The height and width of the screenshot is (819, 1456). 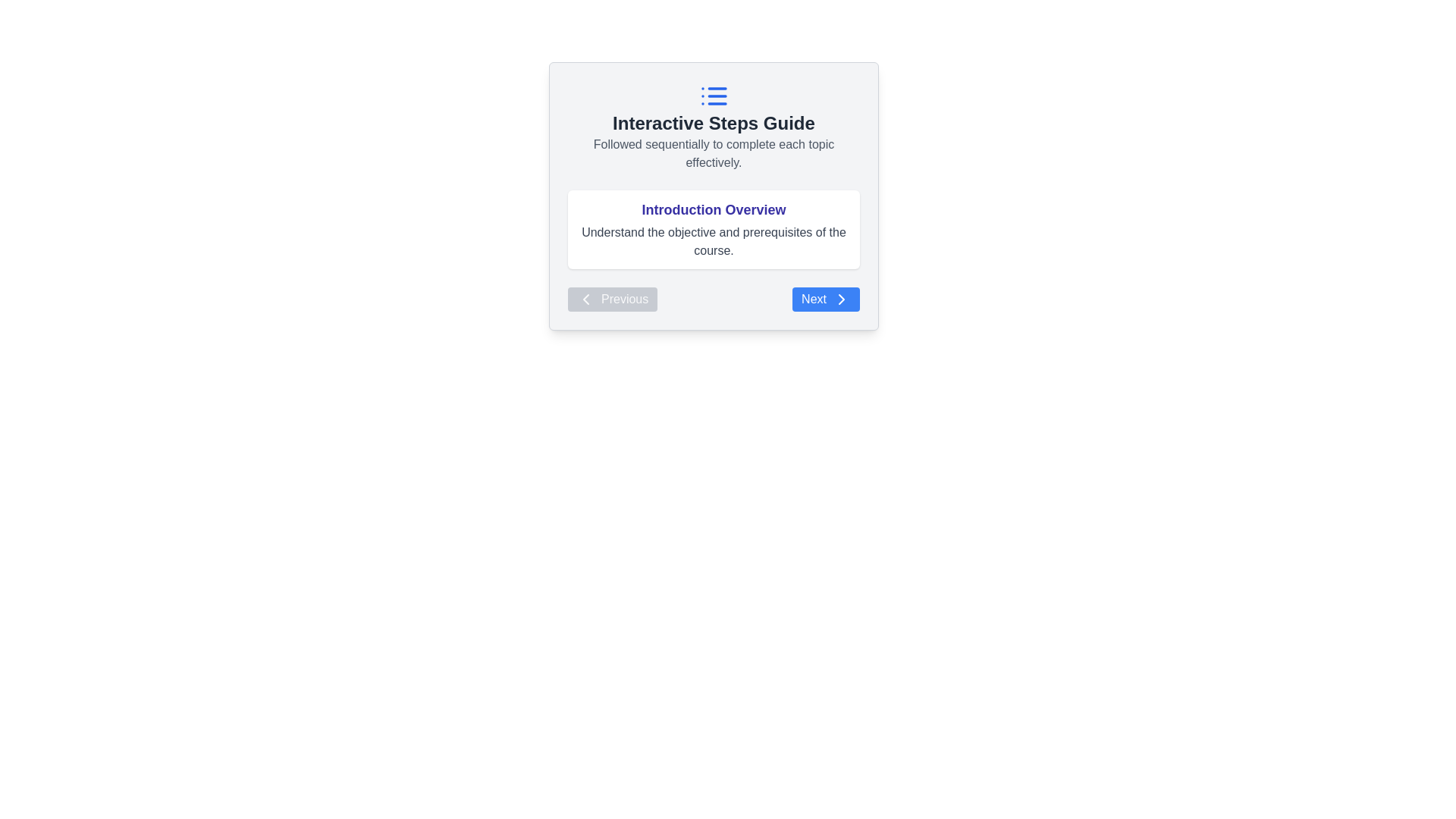 What do you see at coordinates (840, 299) in the screenshot?
I see `the small right-facing chevron icon located inside the 'Next' button at the bottom-right corner of the card-like interface` at bounding box center [840, 299].